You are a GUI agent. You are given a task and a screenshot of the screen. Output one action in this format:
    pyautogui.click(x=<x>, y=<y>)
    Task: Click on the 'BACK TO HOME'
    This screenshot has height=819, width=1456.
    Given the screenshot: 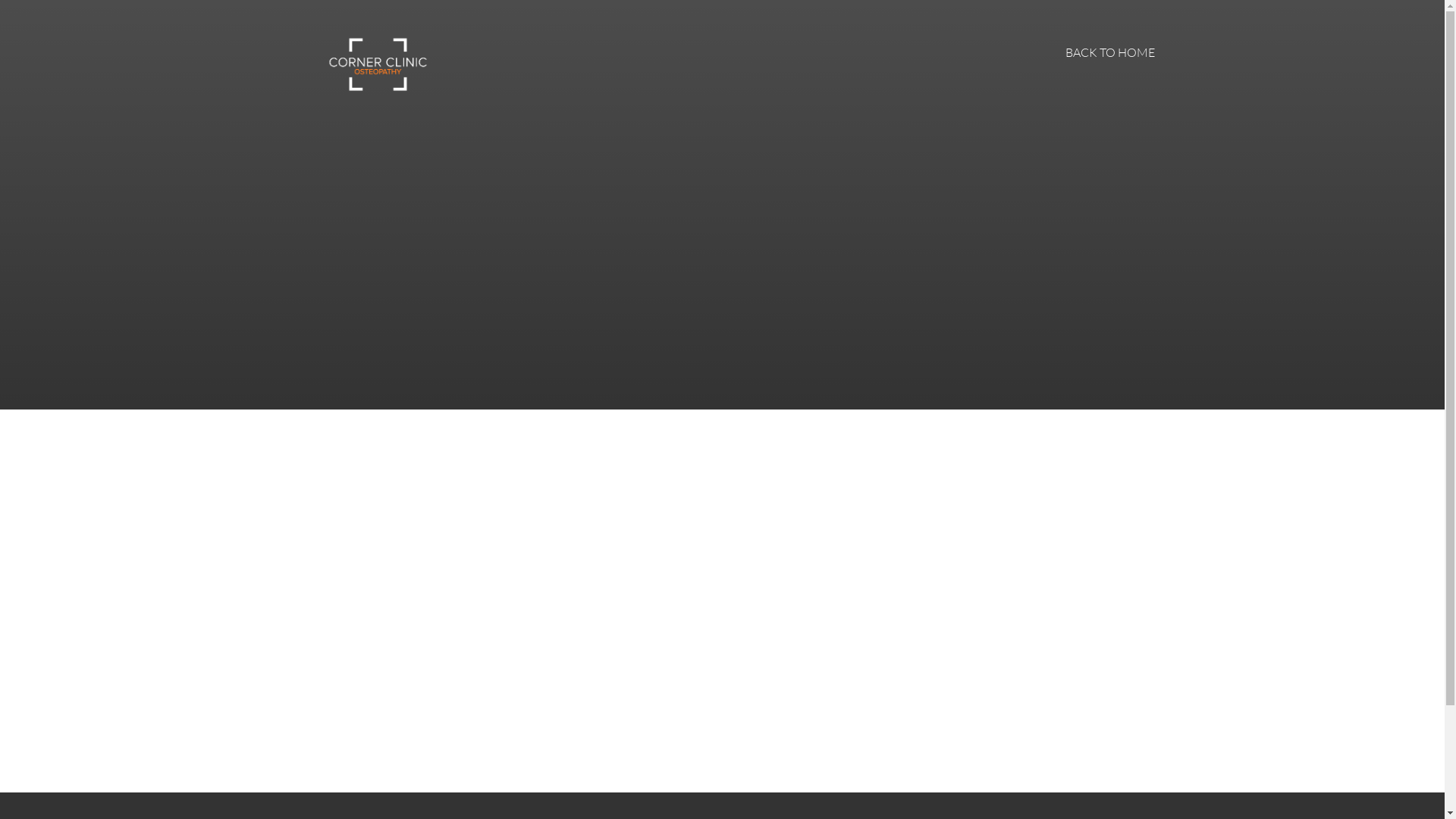 What is the action you would take?
    pyautogui.click(x=1109, y=52)
    